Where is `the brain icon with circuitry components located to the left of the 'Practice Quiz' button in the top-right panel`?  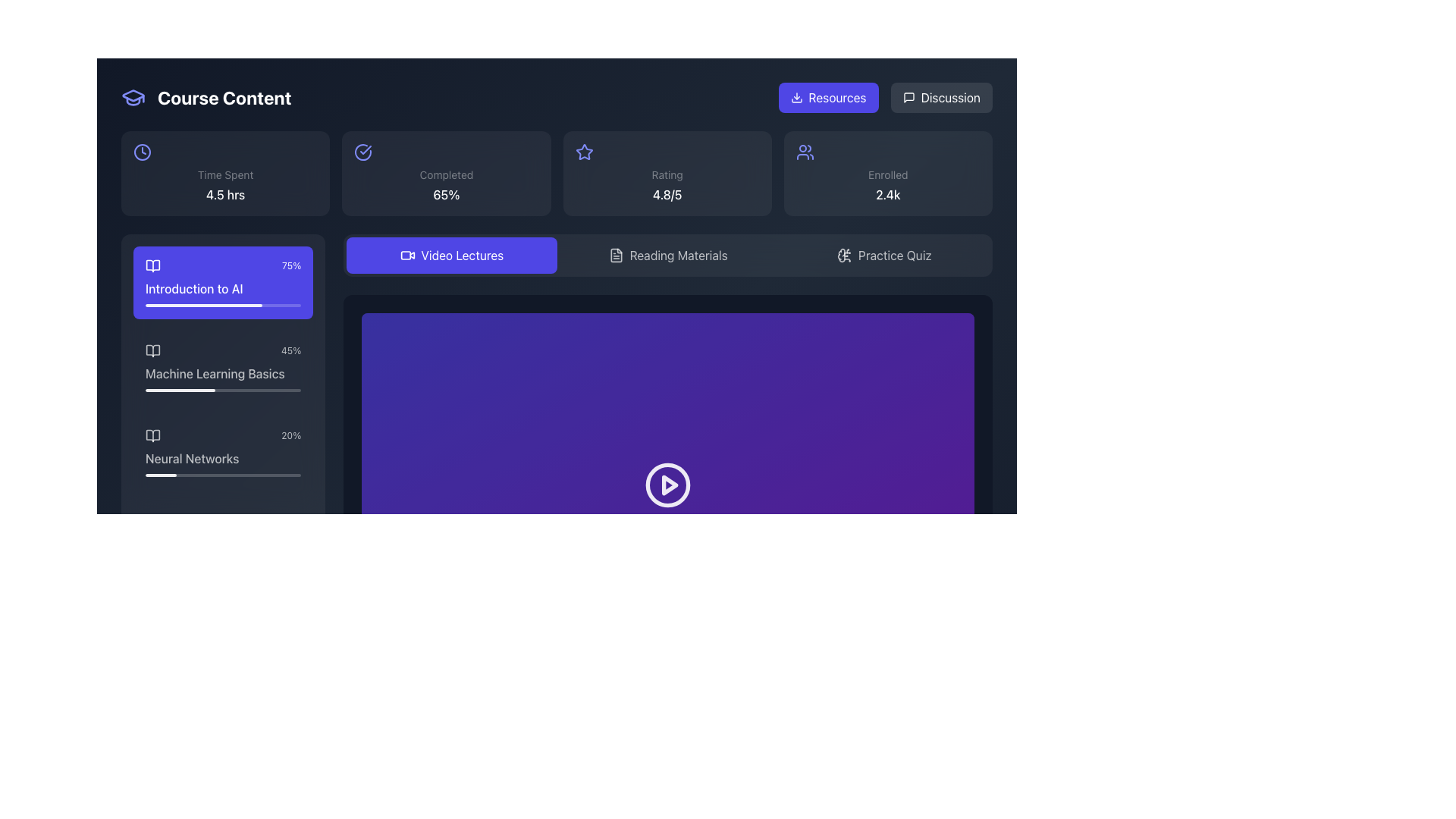 the brain icon with circuitry components located to the left of the 'Practice Quiz' button in the top-right panel is located at coordinates (843, 254).